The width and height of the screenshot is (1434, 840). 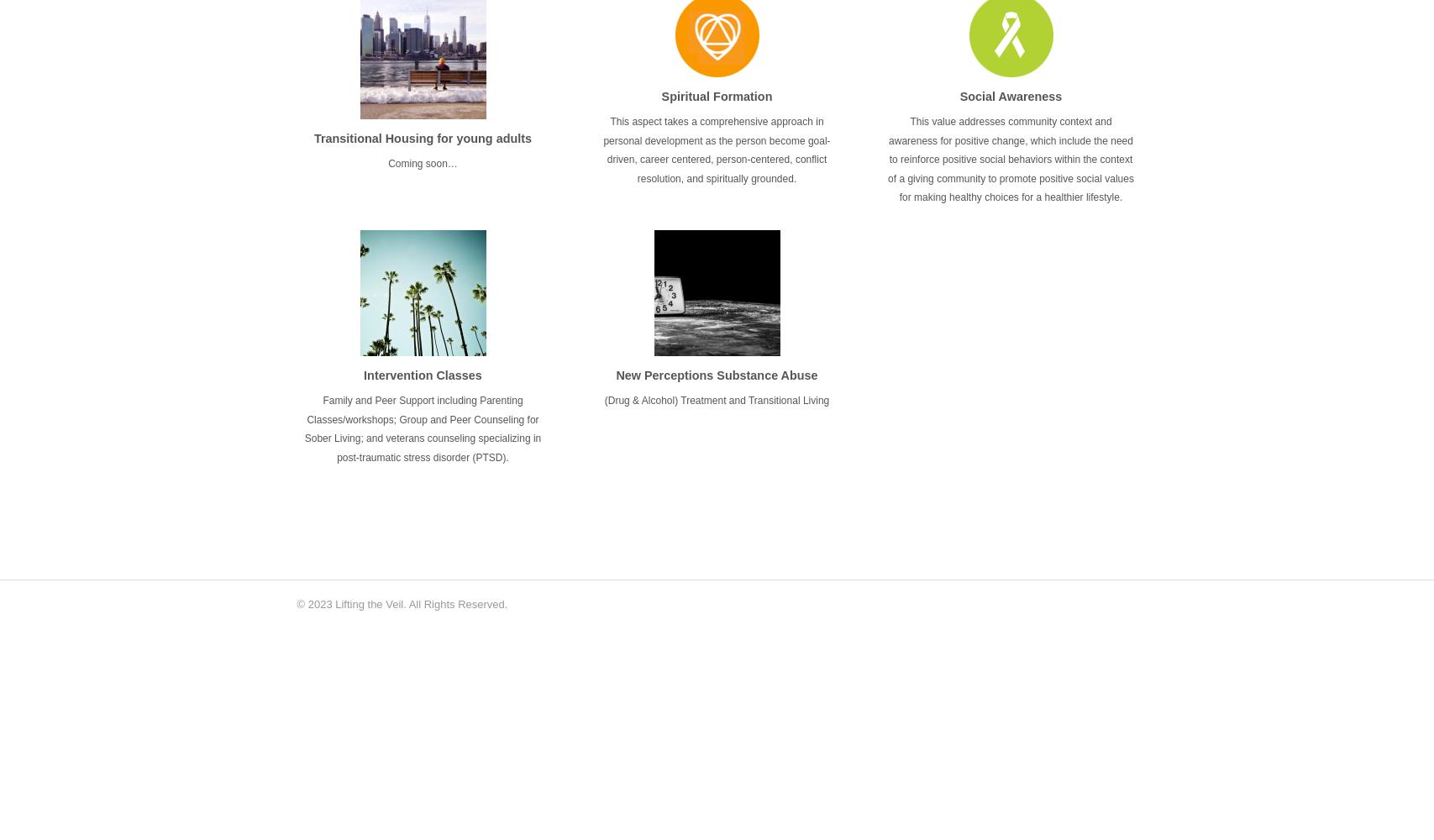 I want to click on 'This aspect takes a comprehensive approach in personal development as the person become goal-driven, career centered, person-centered, conflict resolution, and spiritually grounded.', so click(x=716, y=150).